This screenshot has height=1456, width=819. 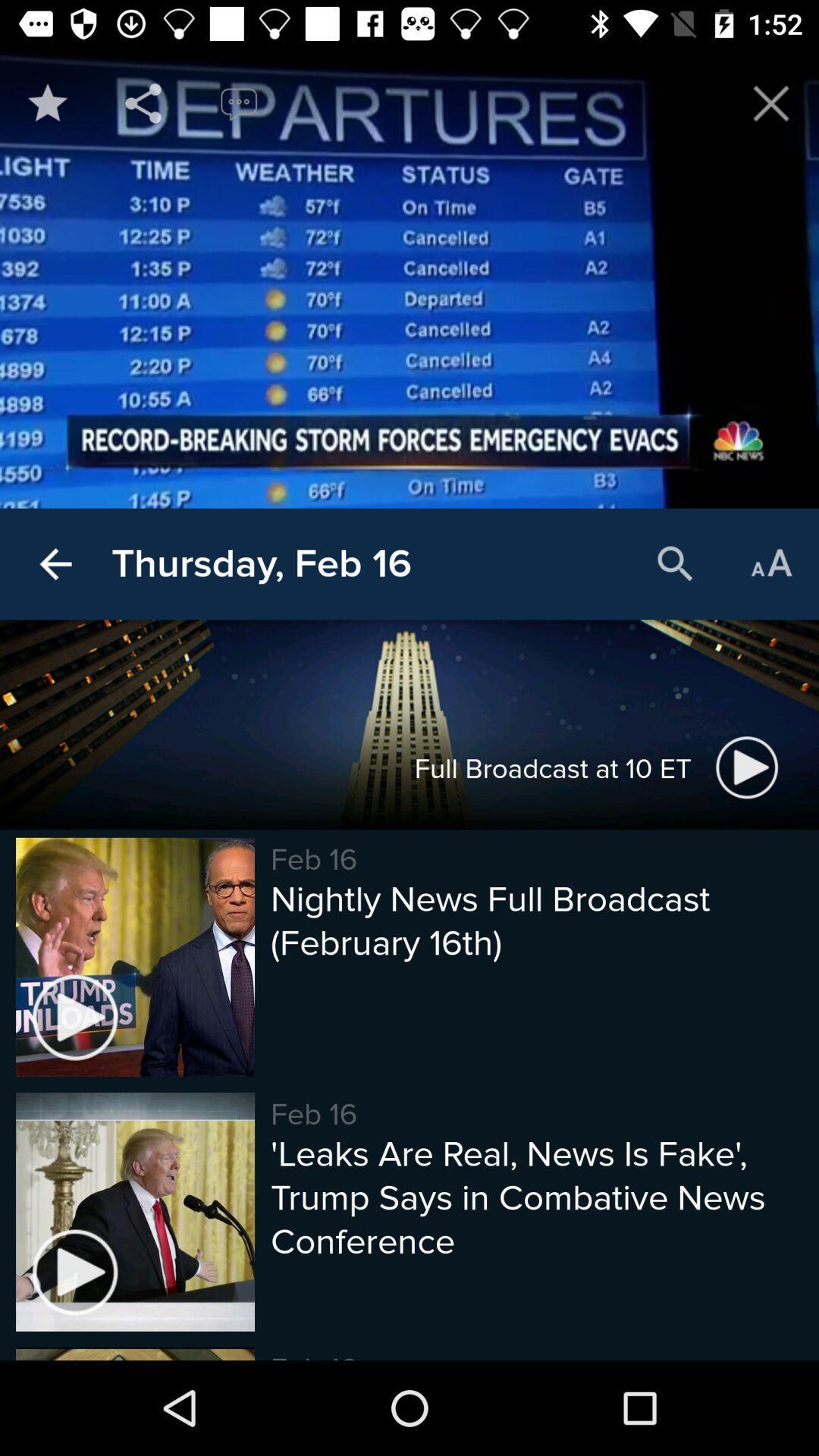 I want to click on the image beside nightly news full broadcast at the bottom of the page, so click(x=134, y=956).